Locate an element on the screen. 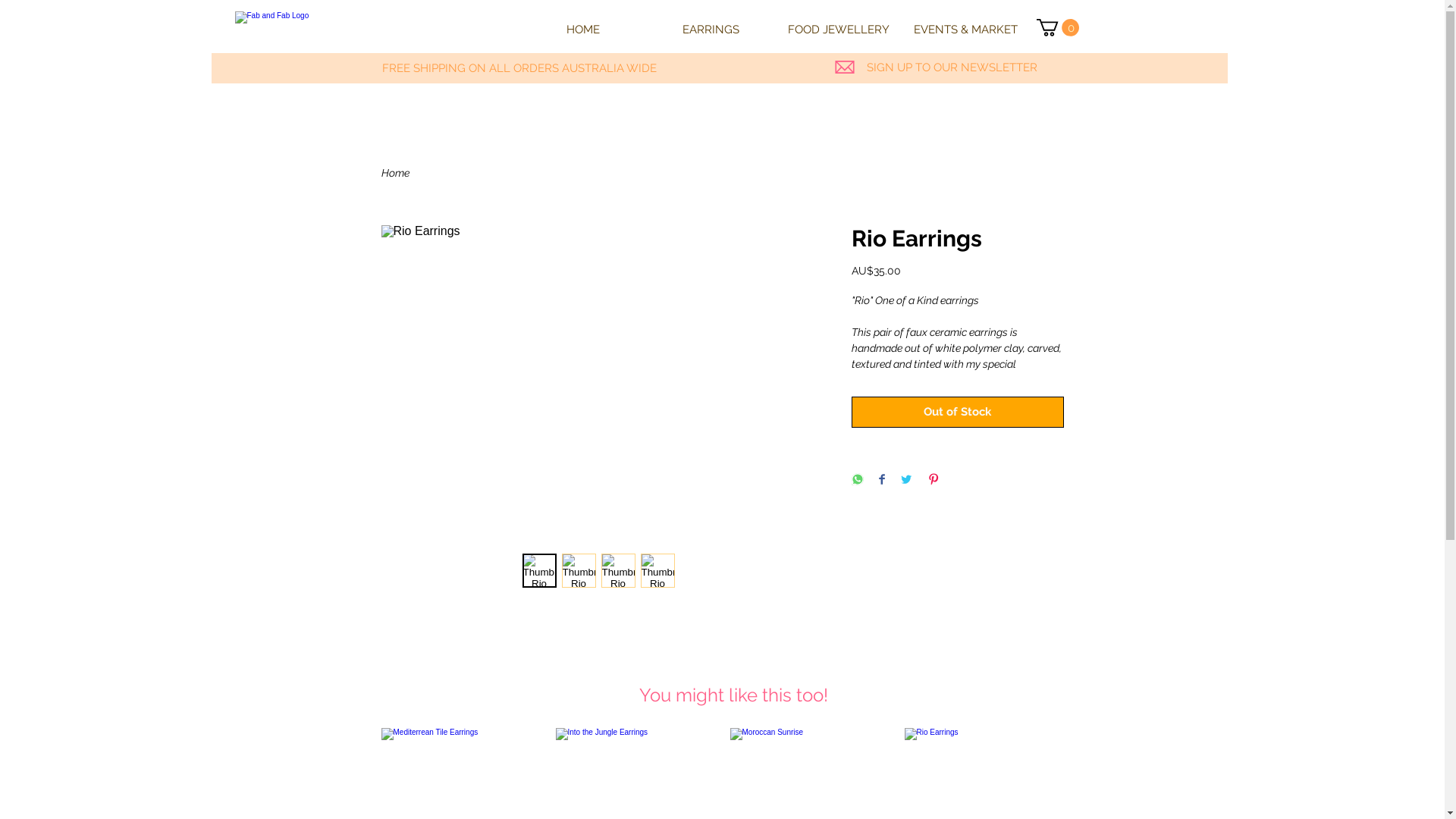  'Home' is located at coordinates (394, 171).